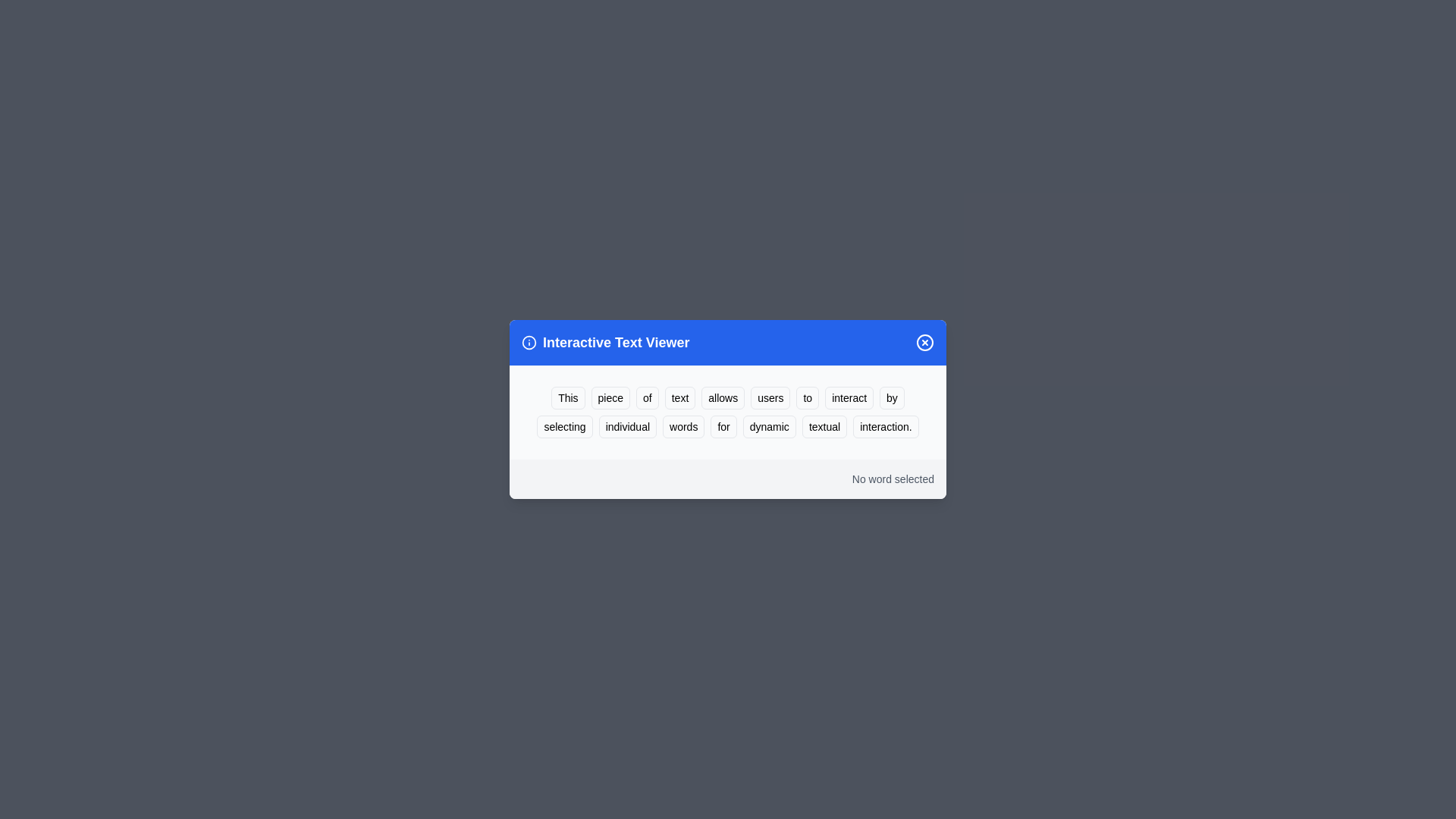 Image resolution: width=1456 pixels, height=819 pixels. What do you see at coordinates (769, 427) in the screenshot?
I see `the word 'dynamic' to highlight it` at bounding box center [769, 427].